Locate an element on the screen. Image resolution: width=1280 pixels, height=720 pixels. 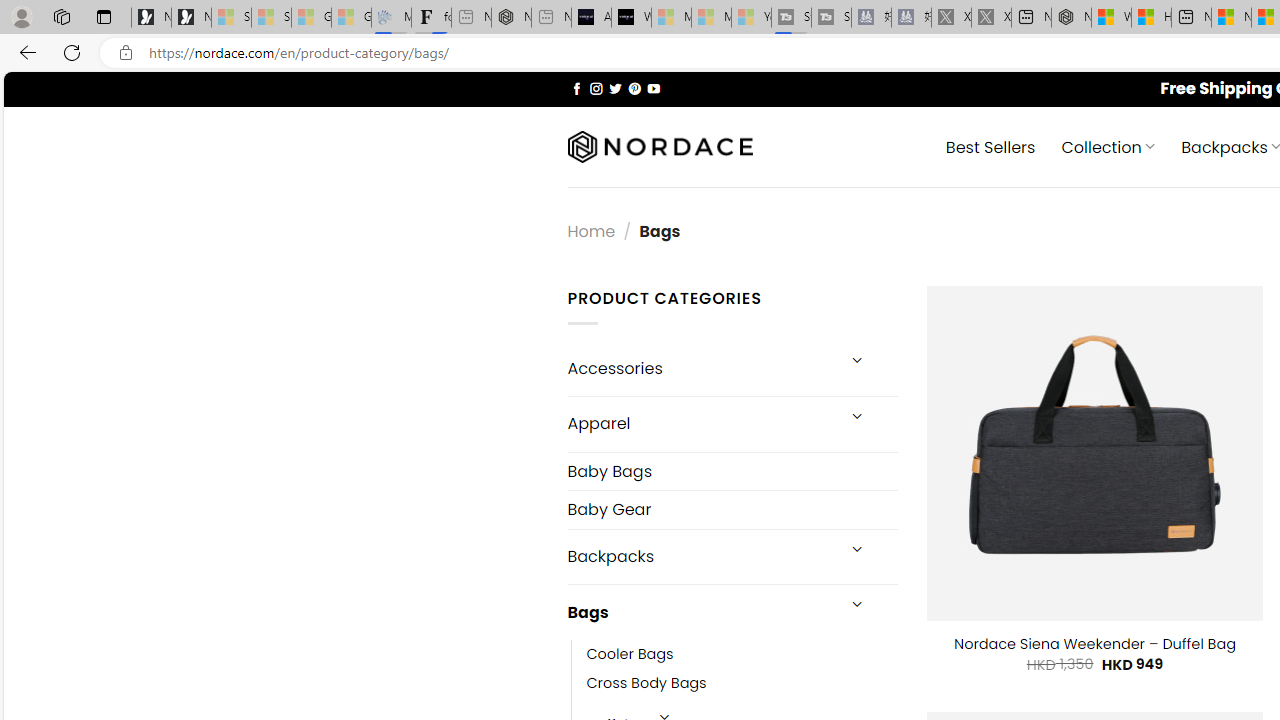
'Apparel' is located at coordinates (700, 422).